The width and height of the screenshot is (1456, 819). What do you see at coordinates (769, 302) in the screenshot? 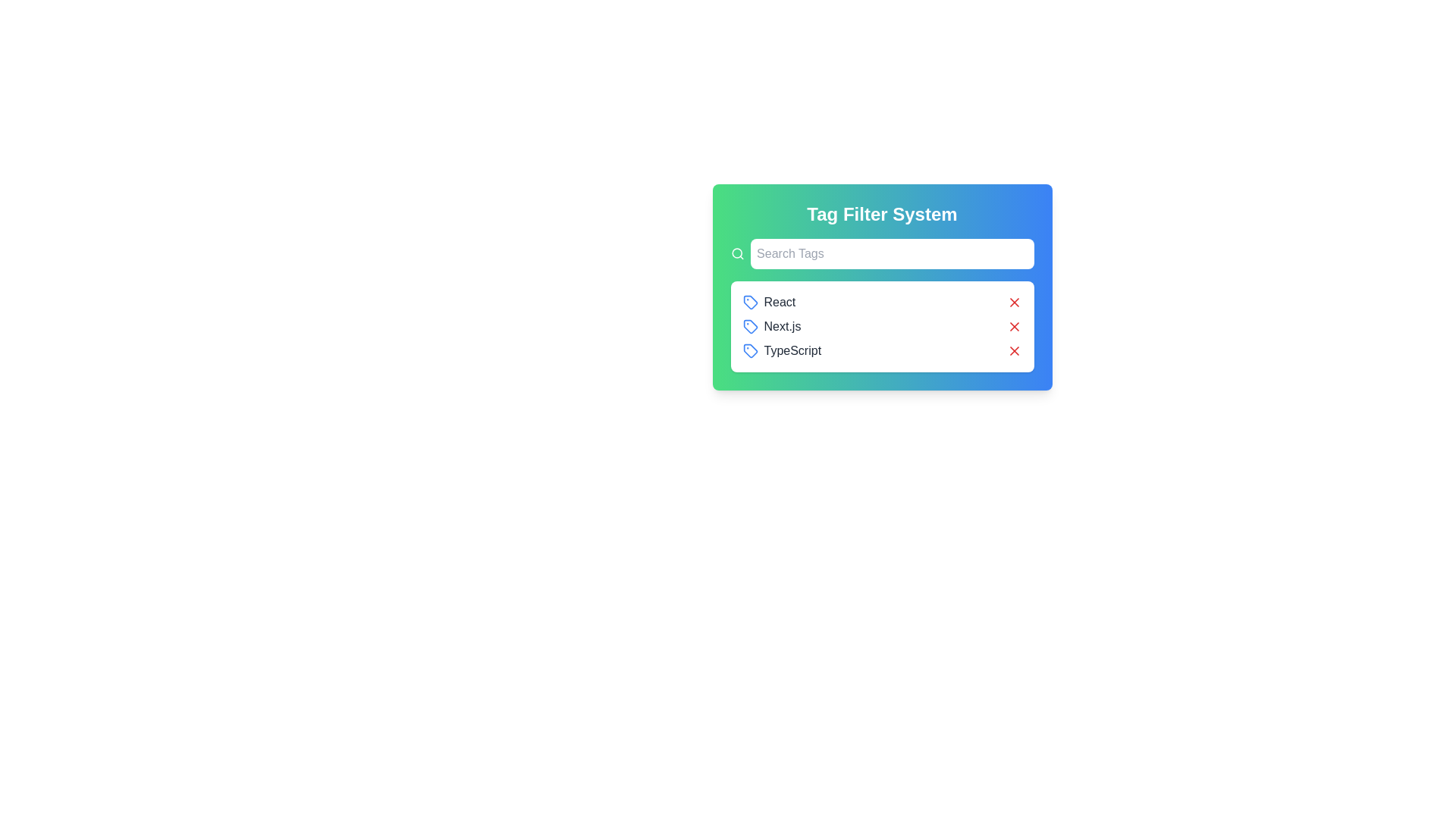
I see `the 'React' selectable tag label` at bounding box center [769, 302].